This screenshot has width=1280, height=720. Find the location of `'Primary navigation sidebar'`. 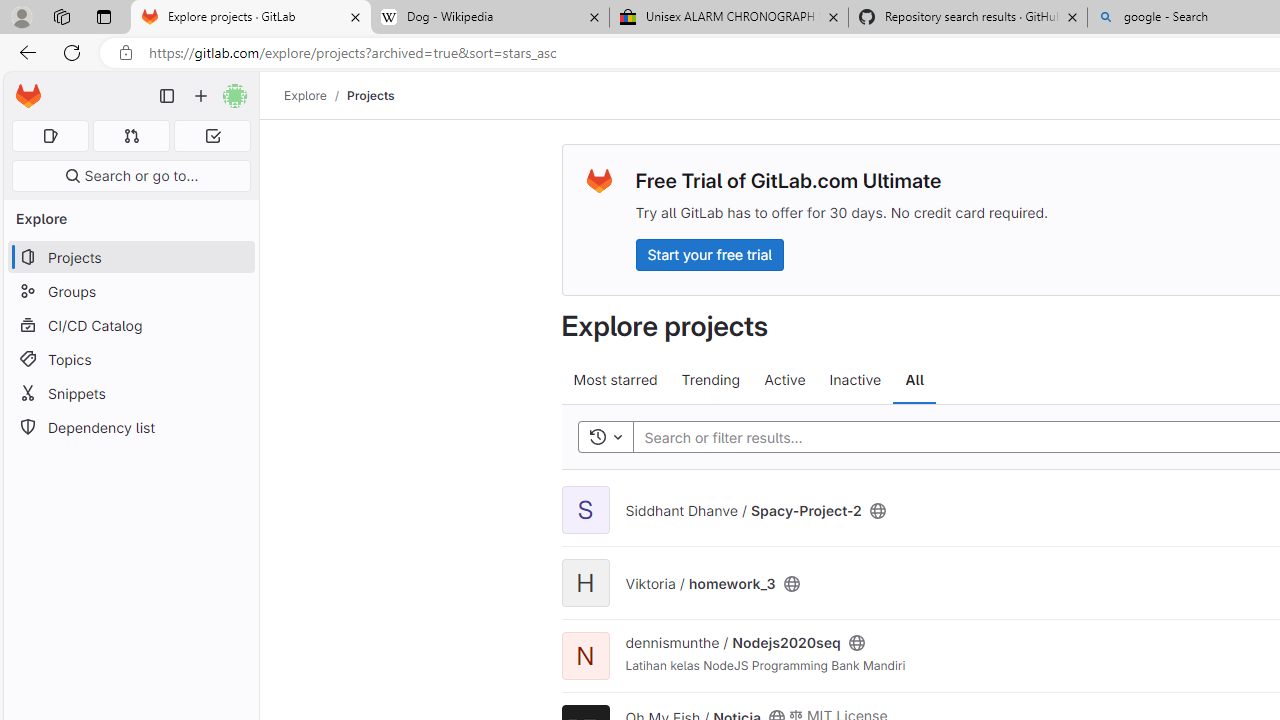

'Primary navigation sidebar' is located at coordinates (167, 96).